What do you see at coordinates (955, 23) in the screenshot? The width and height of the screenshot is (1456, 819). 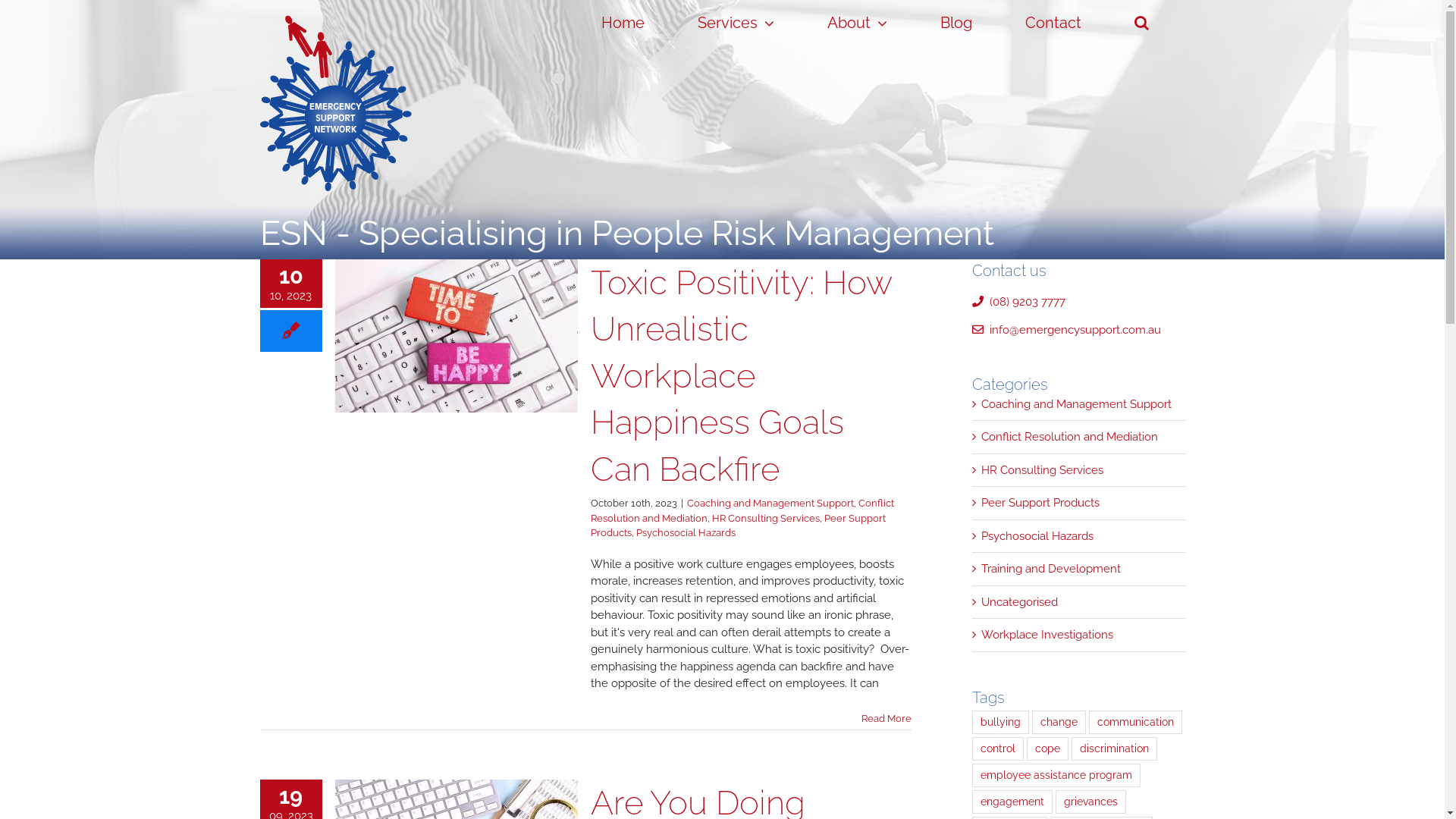 I see `'Blog'` at bounding box center [955, 23].